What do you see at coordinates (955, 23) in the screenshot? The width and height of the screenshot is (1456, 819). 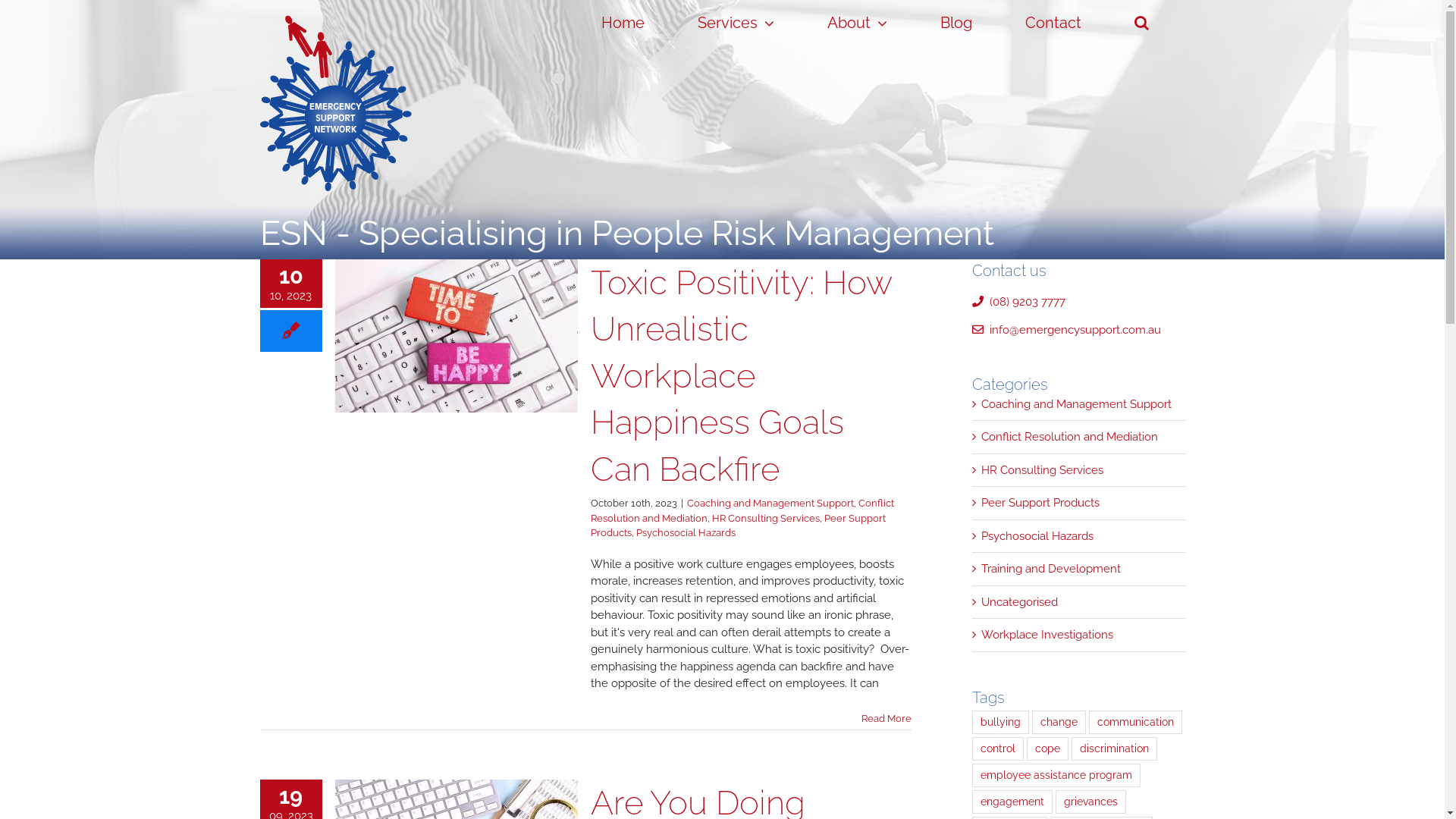 I see `'Blog'` at bounding box center [955, 23].